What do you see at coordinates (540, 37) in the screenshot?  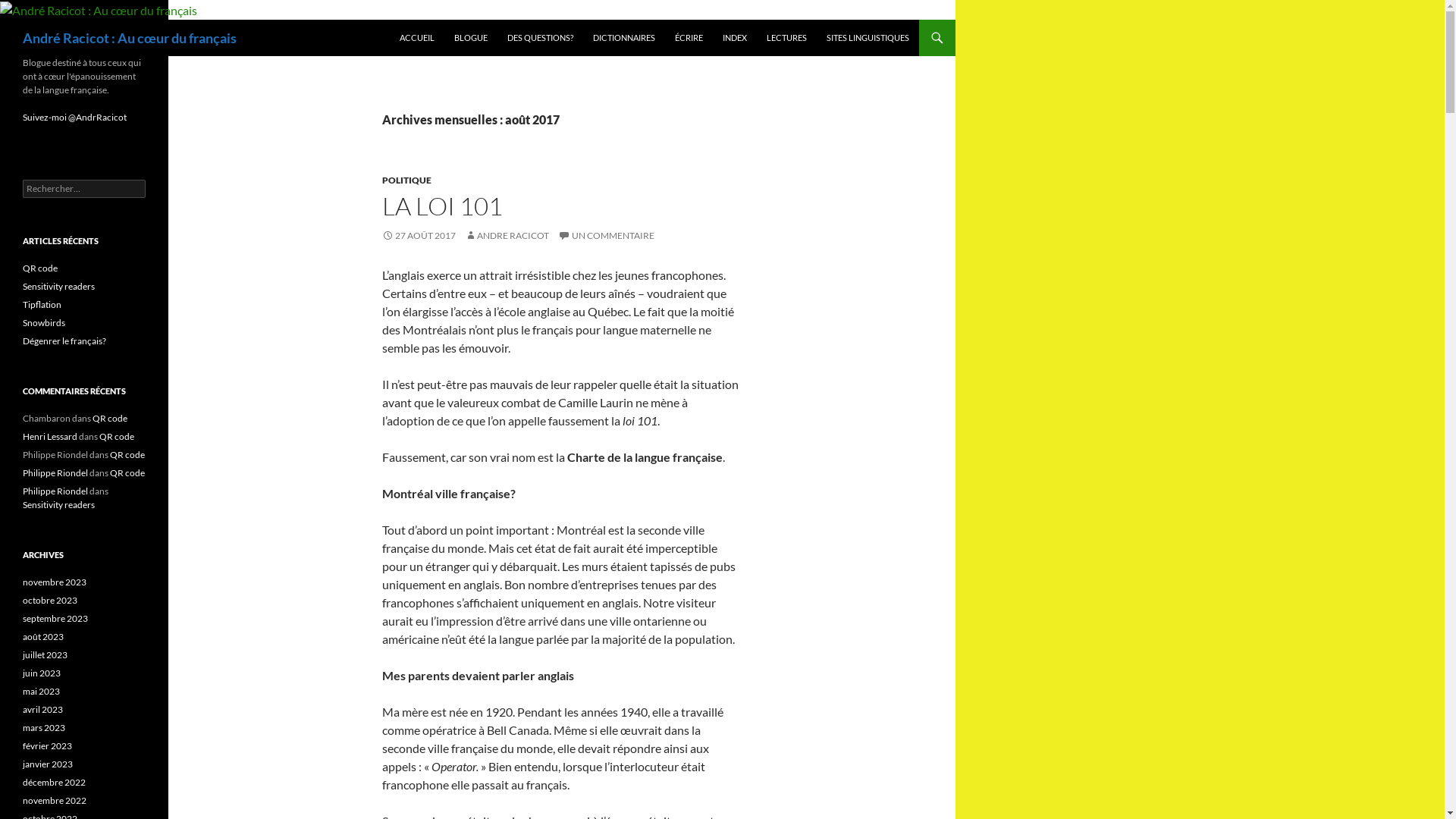 I see `'DES QUESTIONS?'` at bounding box center [540, 37].